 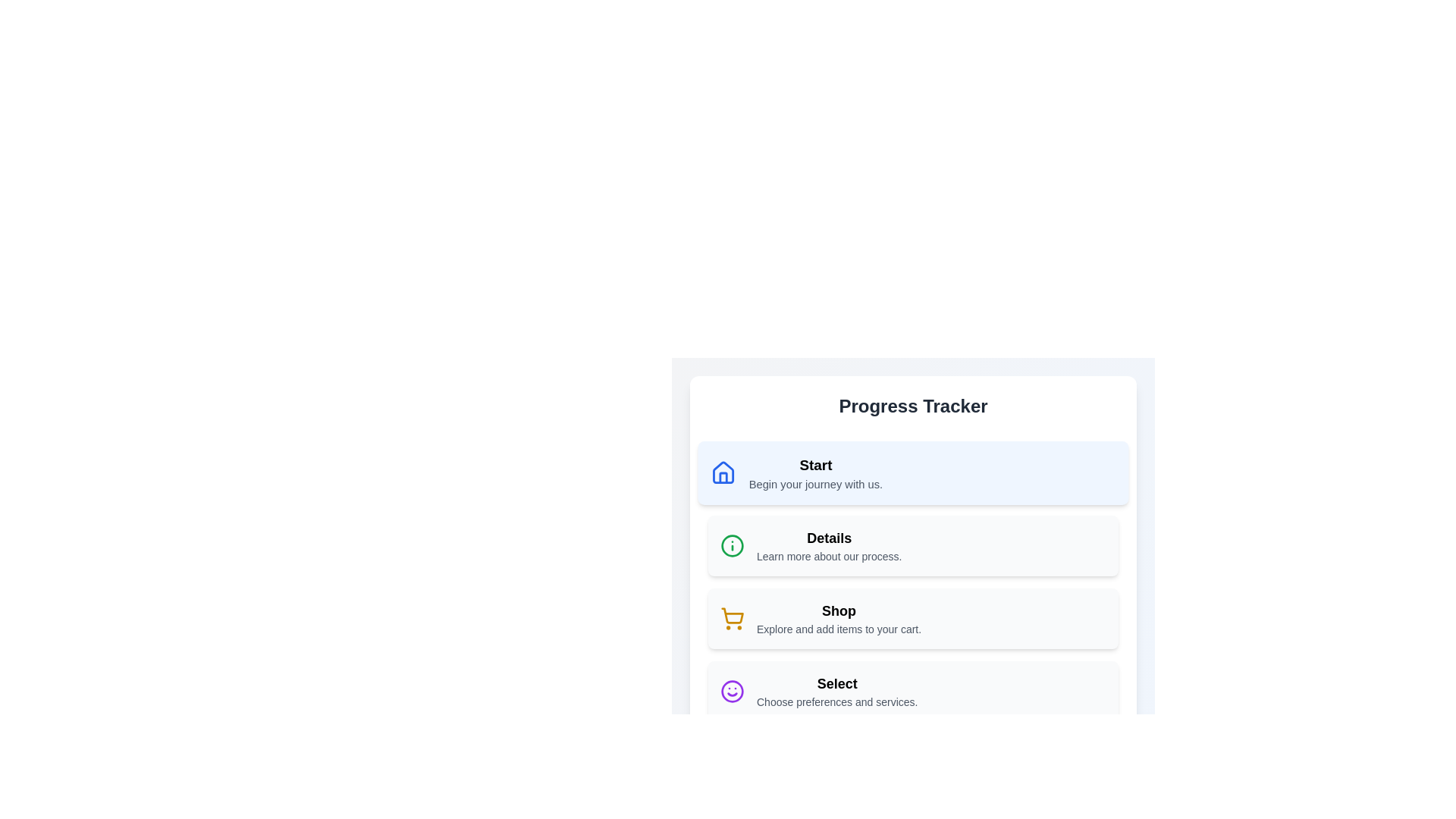 I want to click on the icon located in the 'Details' section, positioned to the left of the text 'Details Learn more about our process.', so click(x=732, y=546).